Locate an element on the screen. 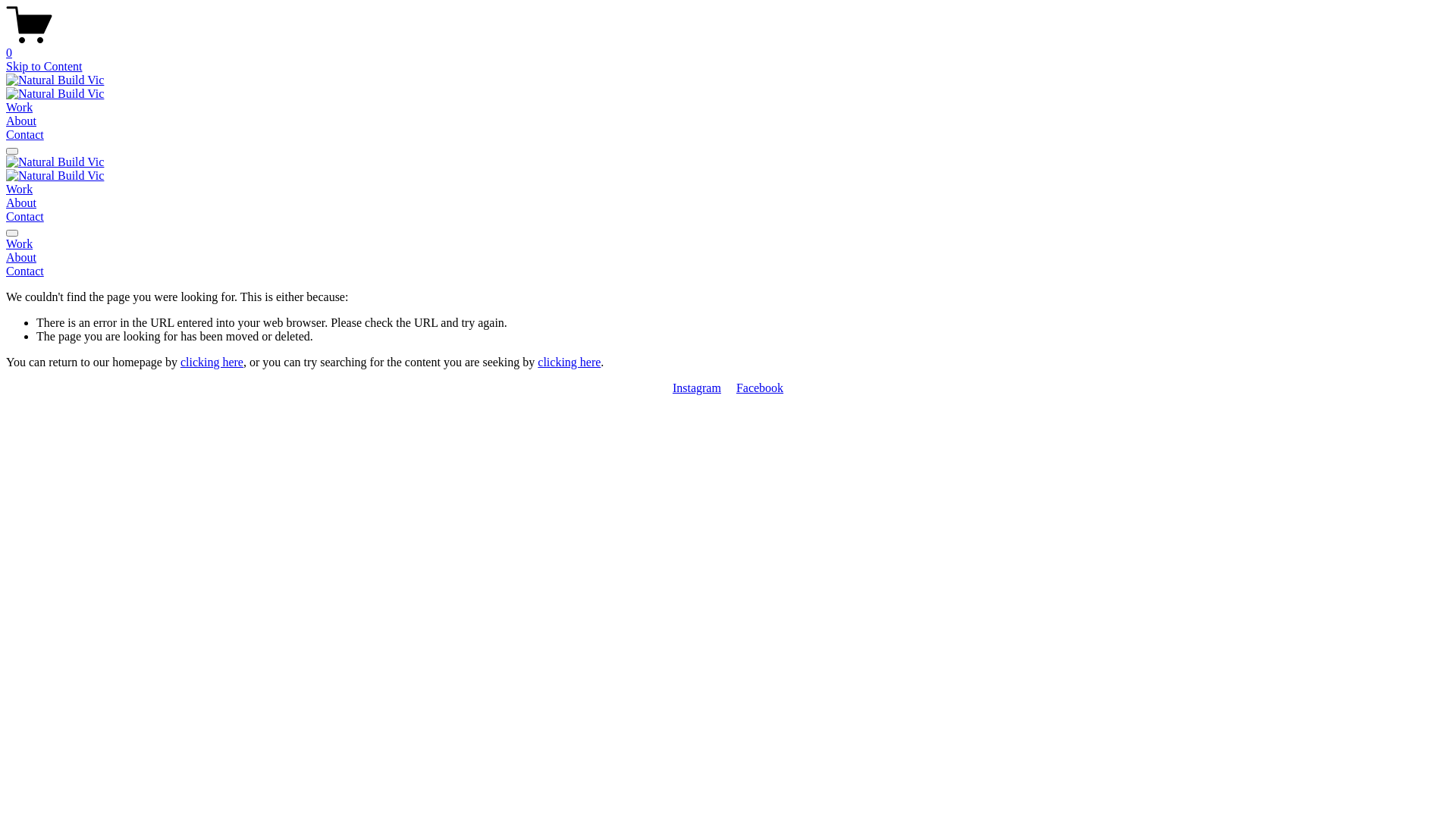 The height and width of the screenshot is (819, 1456). 'Work' is located at coordinates (19, 188).